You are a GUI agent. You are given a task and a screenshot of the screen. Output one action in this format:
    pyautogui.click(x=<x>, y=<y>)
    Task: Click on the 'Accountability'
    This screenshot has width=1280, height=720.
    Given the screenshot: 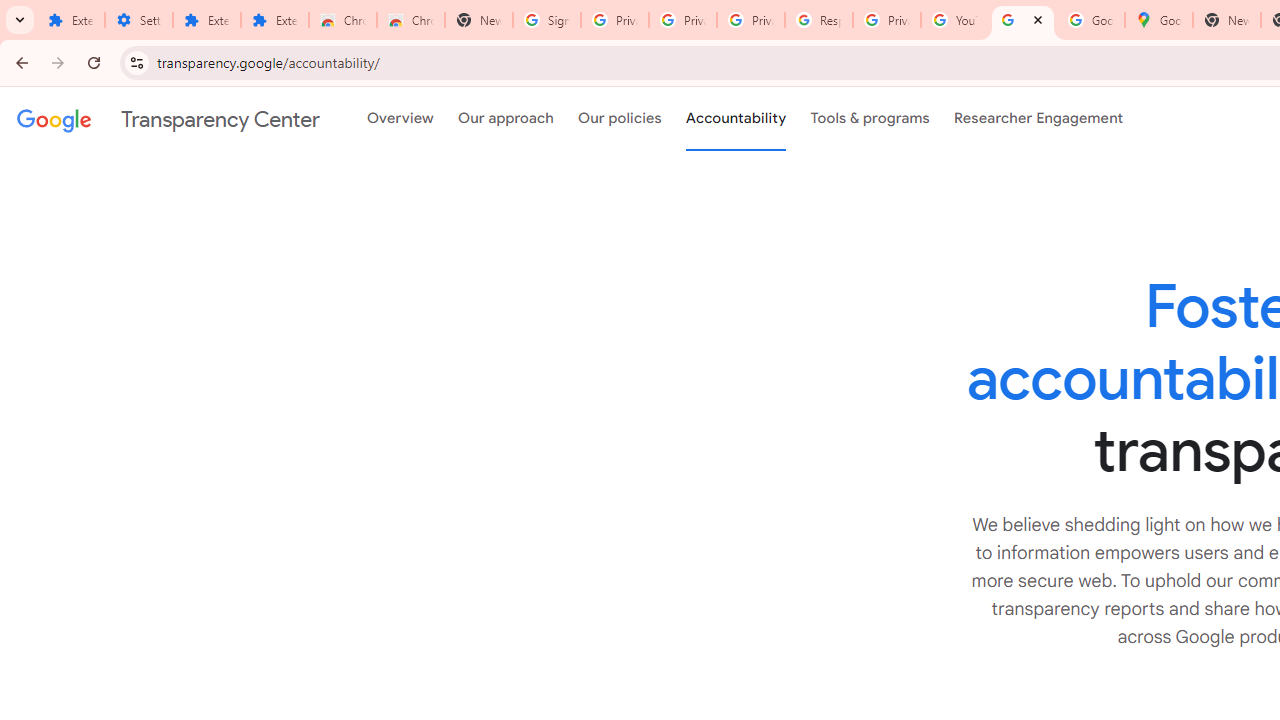 What is the action you would take?
    pyautogui.click(x=735, y=119)
    